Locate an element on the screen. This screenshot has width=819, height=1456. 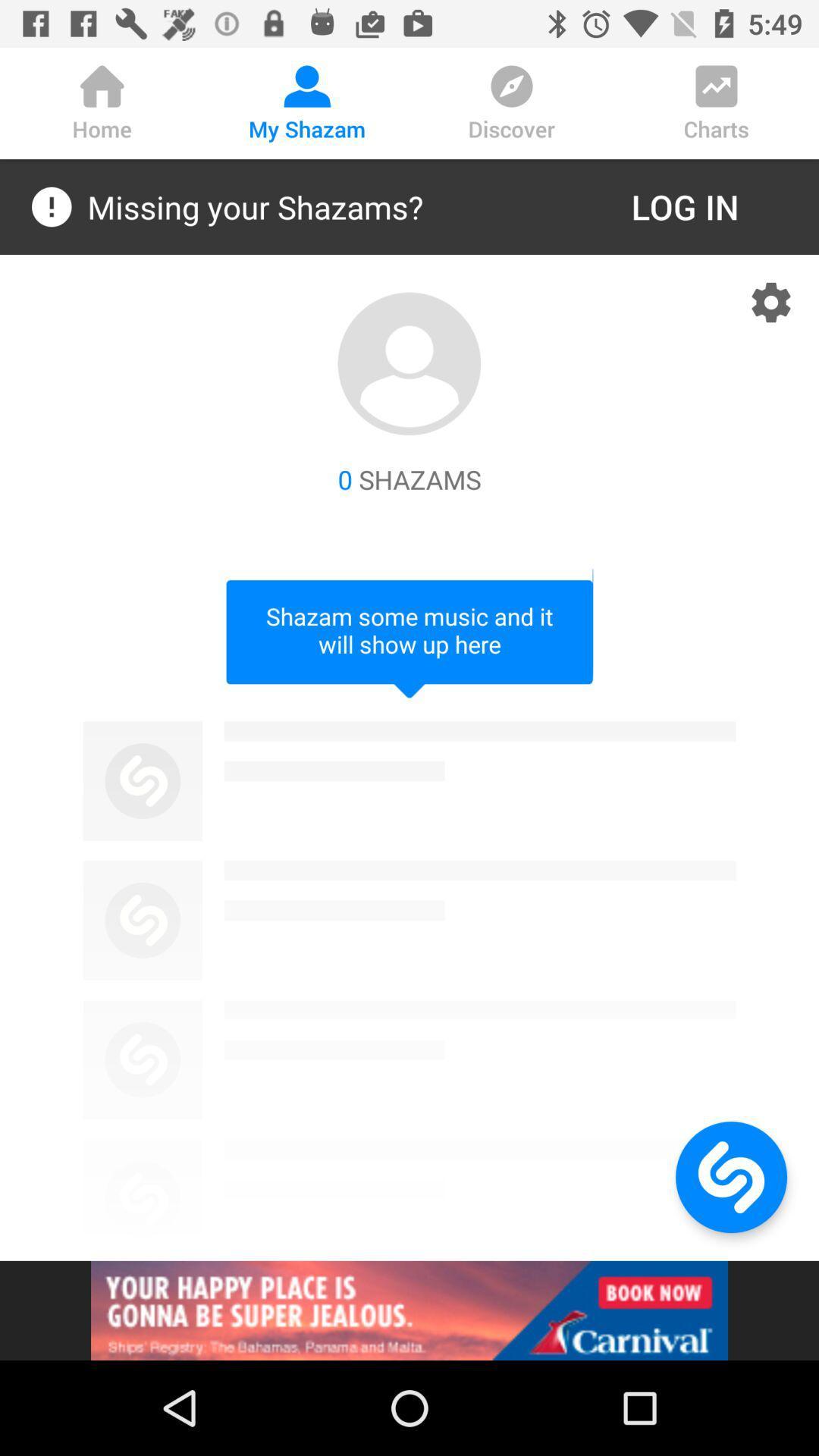
the settings icon is located at coordinates (771, 302).